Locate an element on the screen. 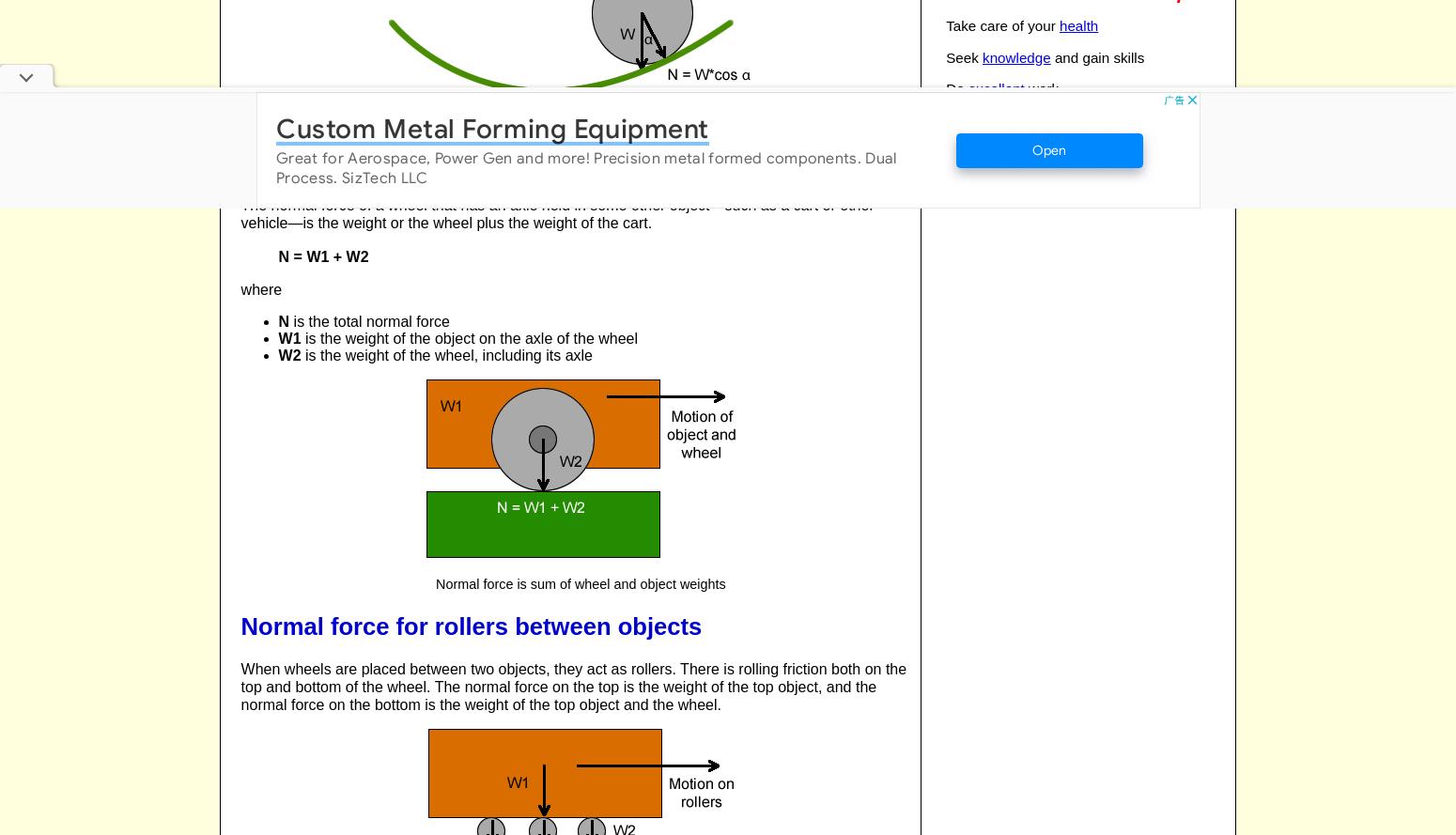 This screenshot has height=835, width=1456. 'The normal force of a wheel that has an axle held in some other object—such as a cart or other vehicle—is the weight or the wheel plus the weight of the cart.' is located at coordinates (240, 213).